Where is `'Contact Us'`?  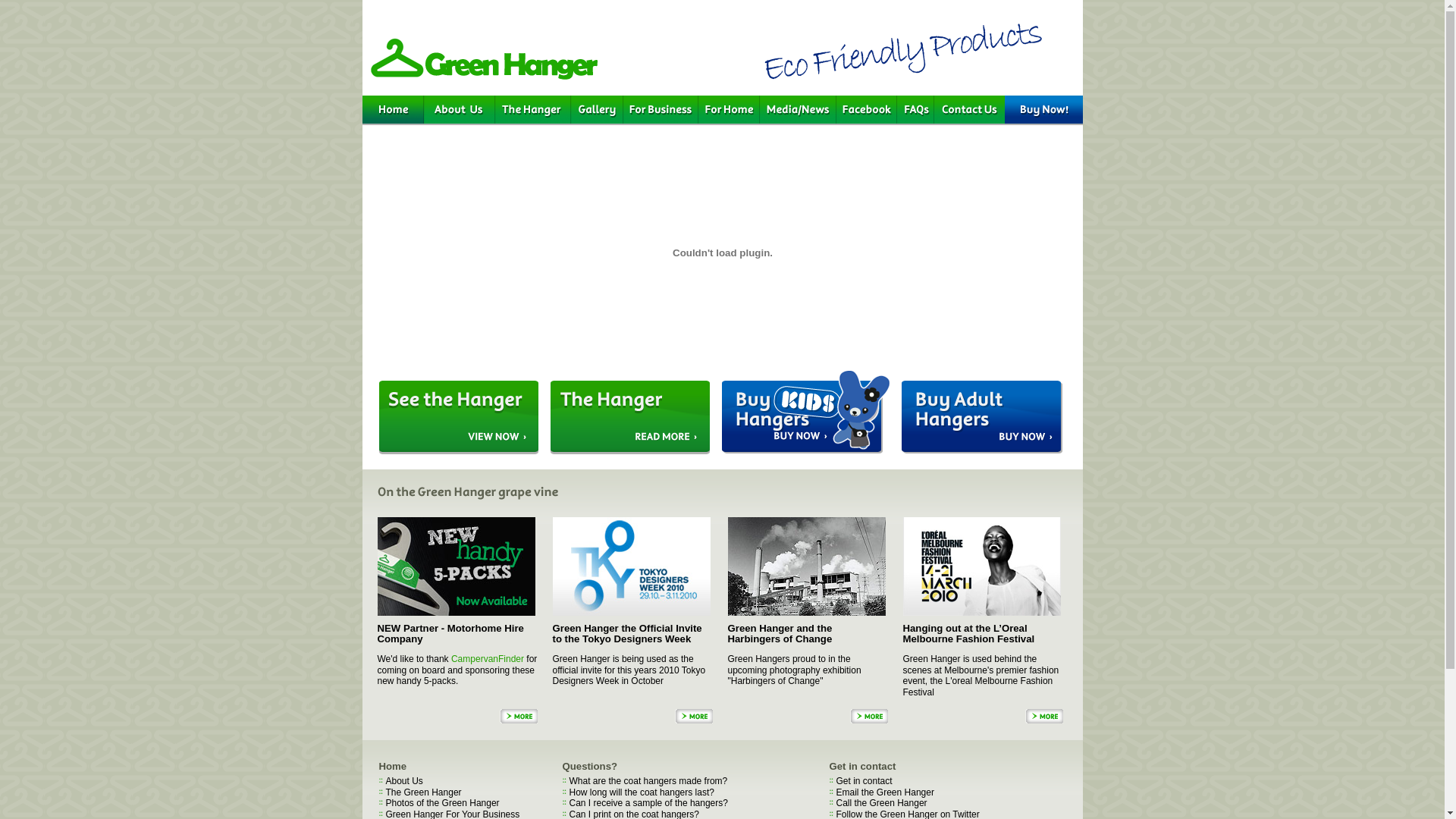 'Contact Us' is located at coordinates (968, 109).